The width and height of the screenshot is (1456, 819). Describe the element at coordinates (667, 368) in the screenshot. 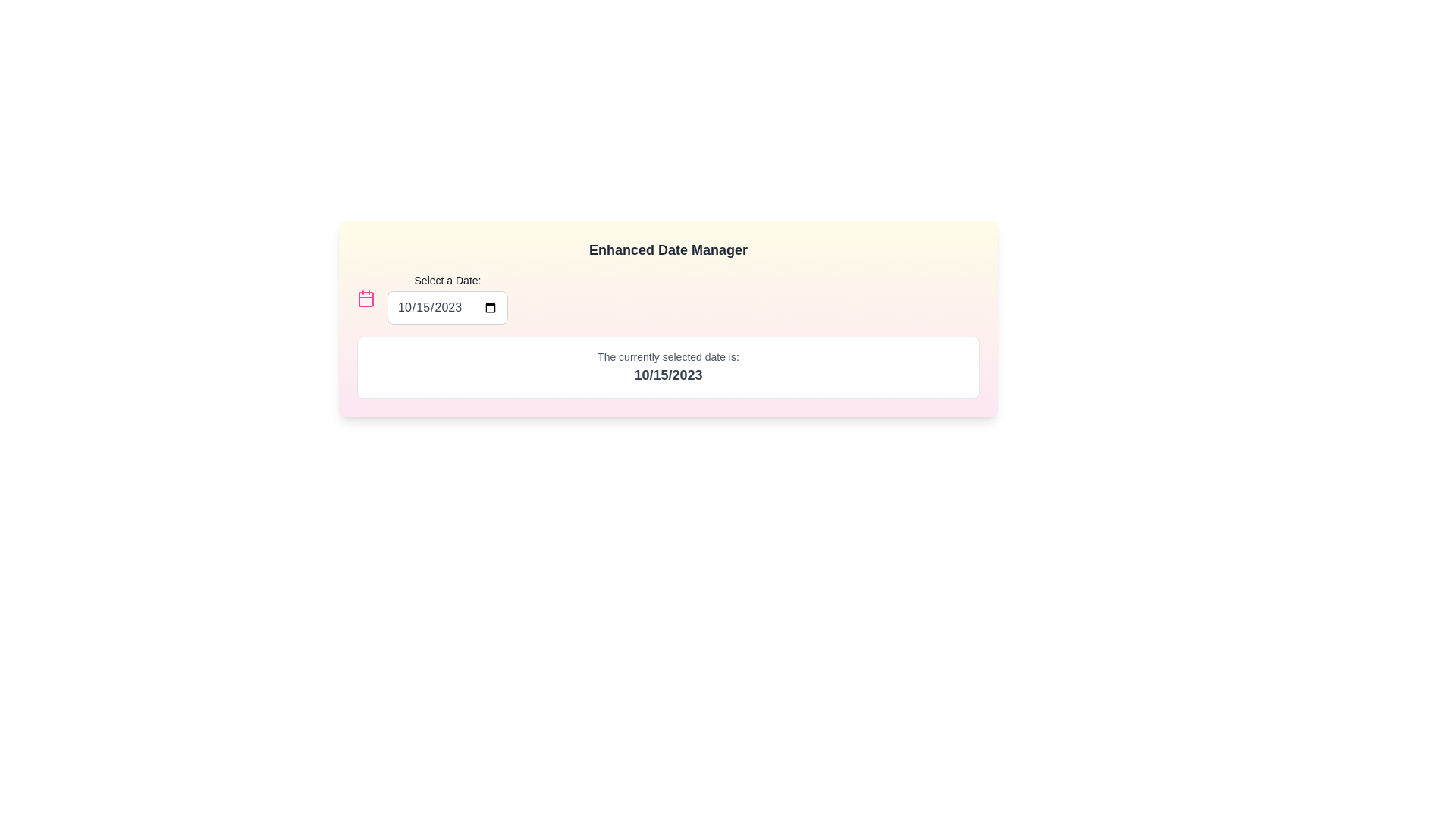

I see `the Display Box that shows the currently selected date, located at the bottom of the 'Enhanced Date Manager' card, beneath the date selection input field` at that location.